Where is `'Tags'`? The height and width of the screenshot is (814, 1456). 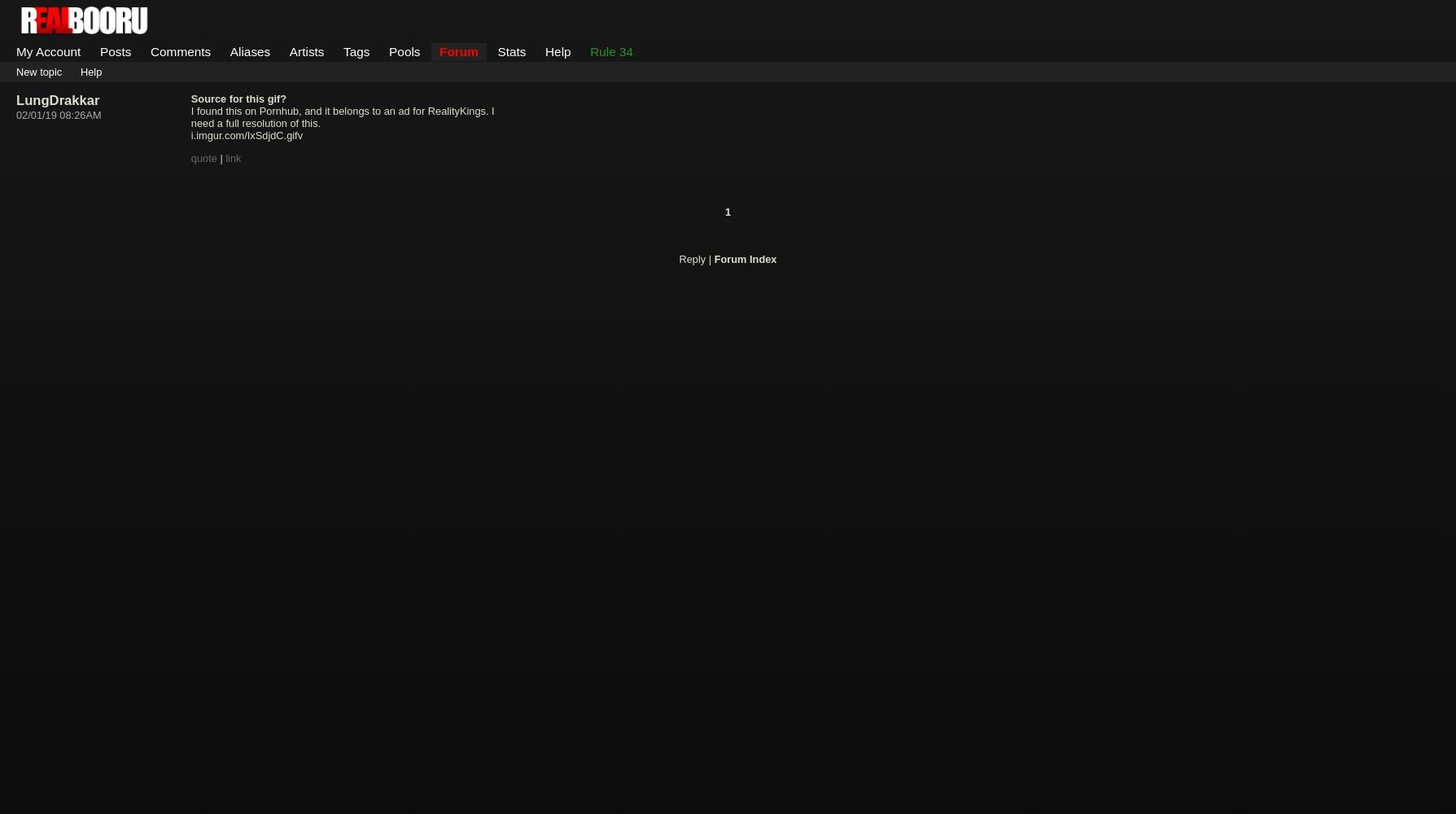 'Tags' is located at coordinates (355, 50).